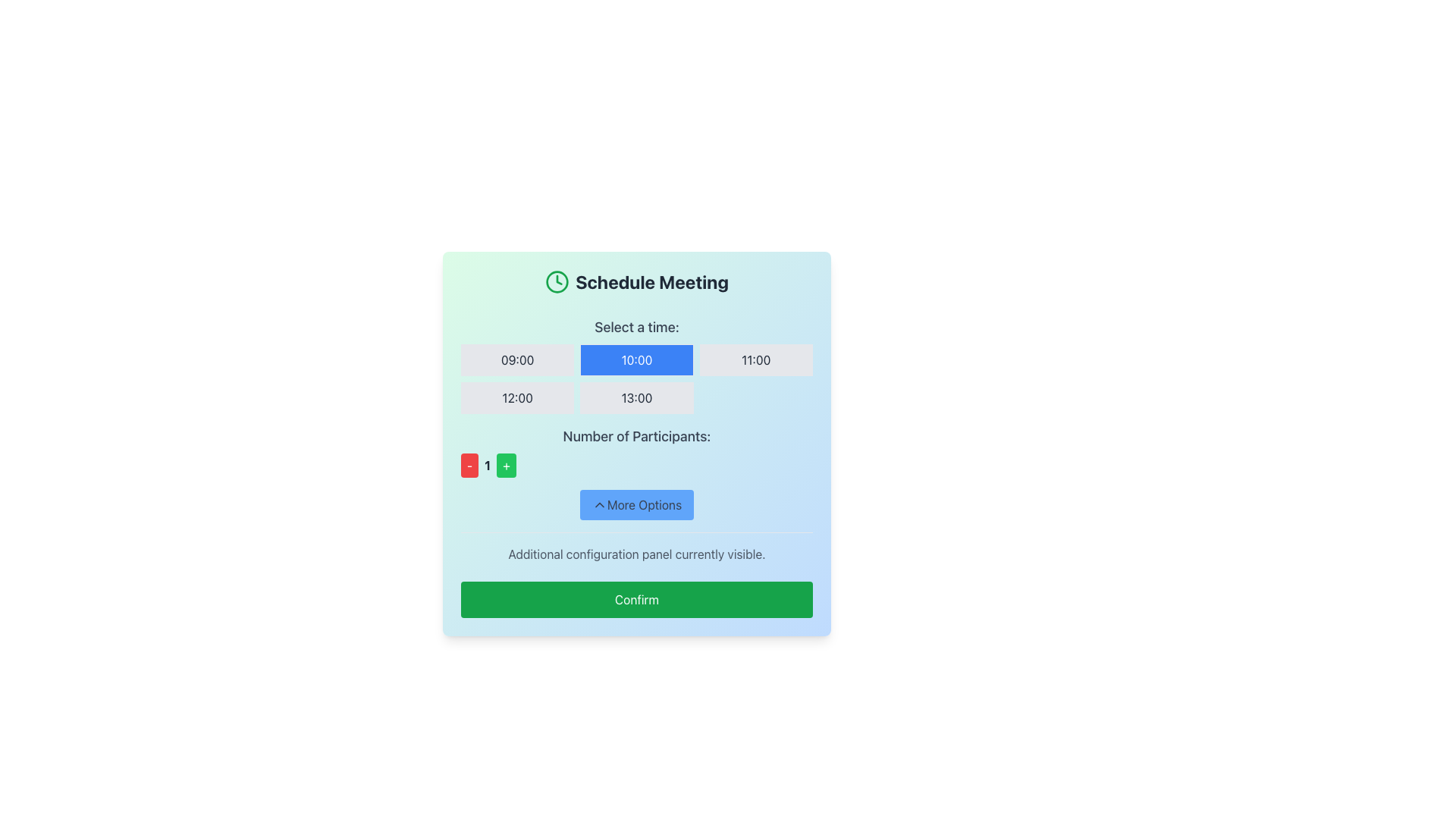 This screenshot has width=1456, height=819. What do you see at coordinates (637, 505) in the screenshot?
I see `the 'More Options' button with a rounded blue background, which contains a chevron arrow icon and the text in gray` at bounding box center [637, 505].